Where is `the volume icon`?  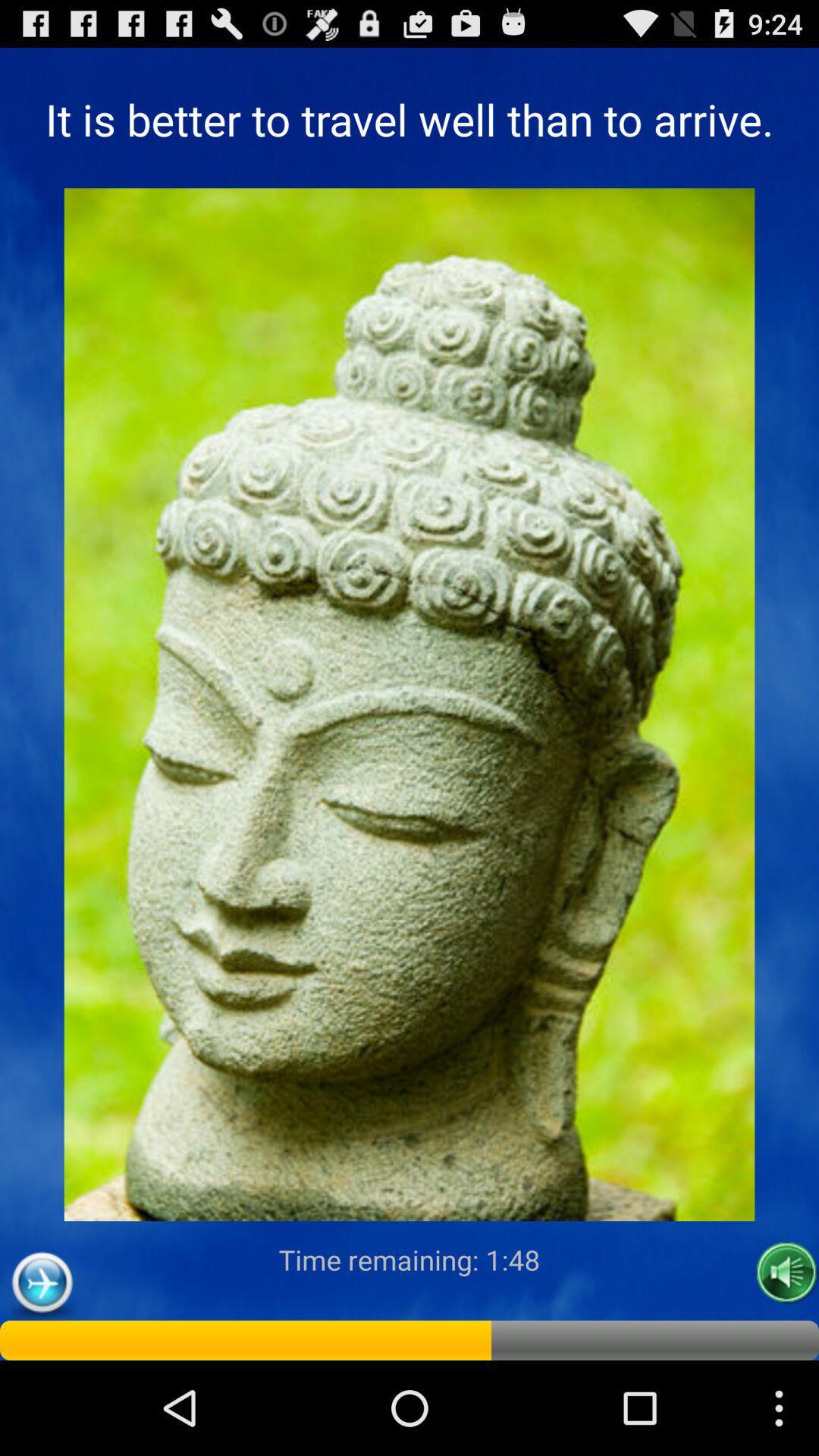 the volume icon is located at coordinates (786, 1362).